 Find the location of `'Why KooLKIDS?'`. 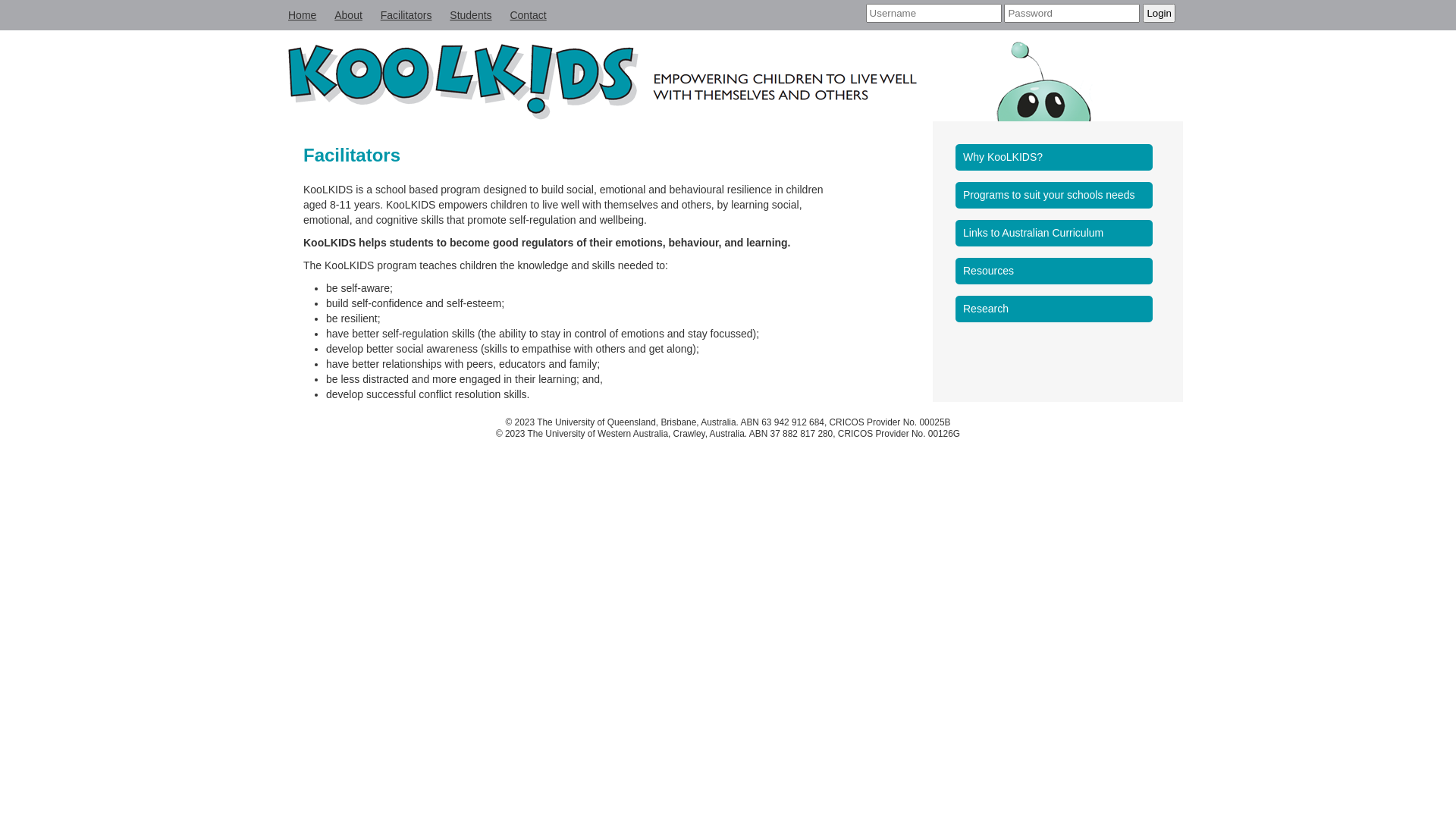

'Why KooLKIDS?' is located at coordinates (1057, 157).